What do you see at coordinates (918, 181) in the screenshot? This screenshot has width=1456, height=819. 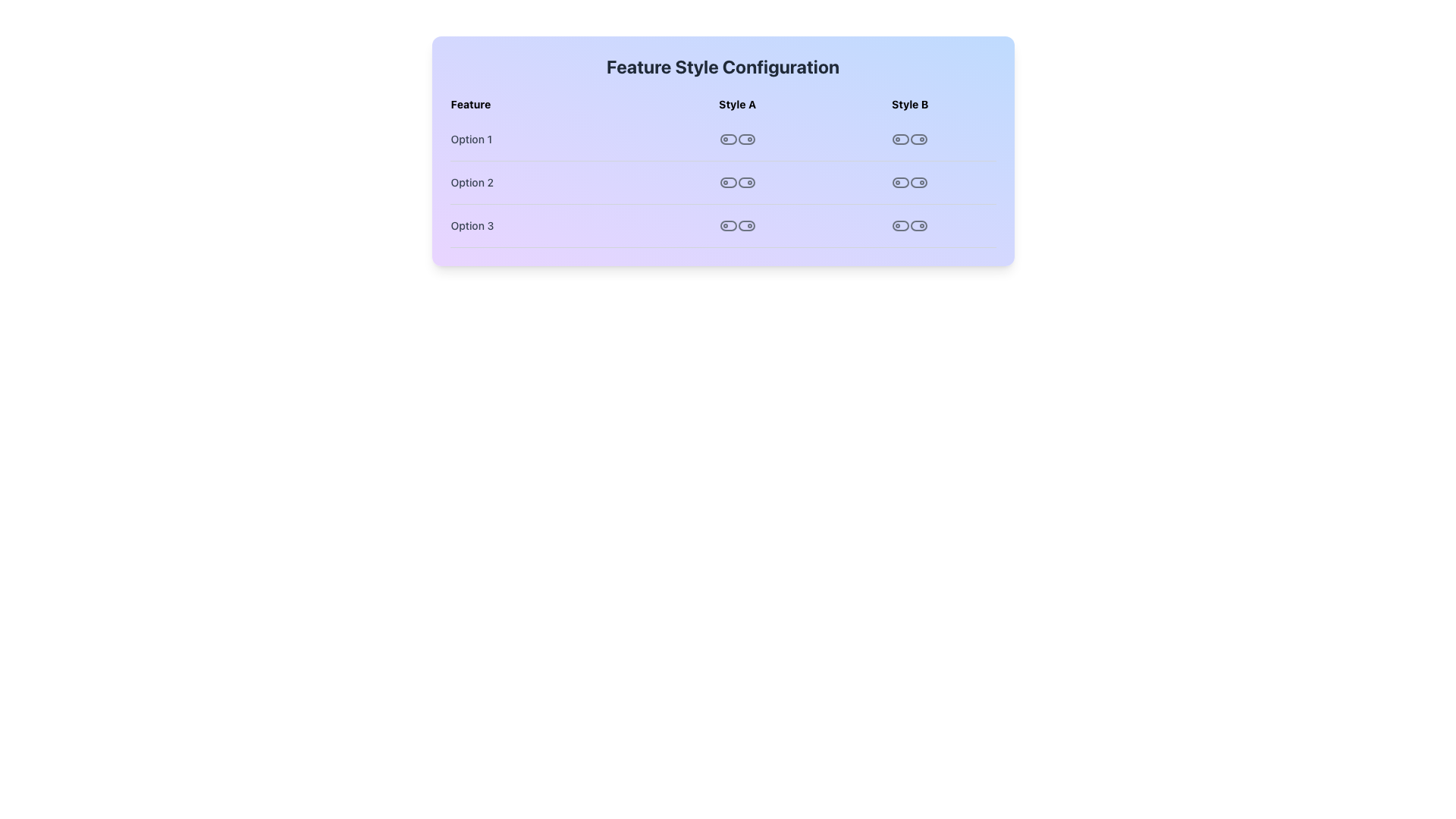 I see `the toggle switch for 'Option 2' in the 'Style B' column` at bounding box center [918, 181].